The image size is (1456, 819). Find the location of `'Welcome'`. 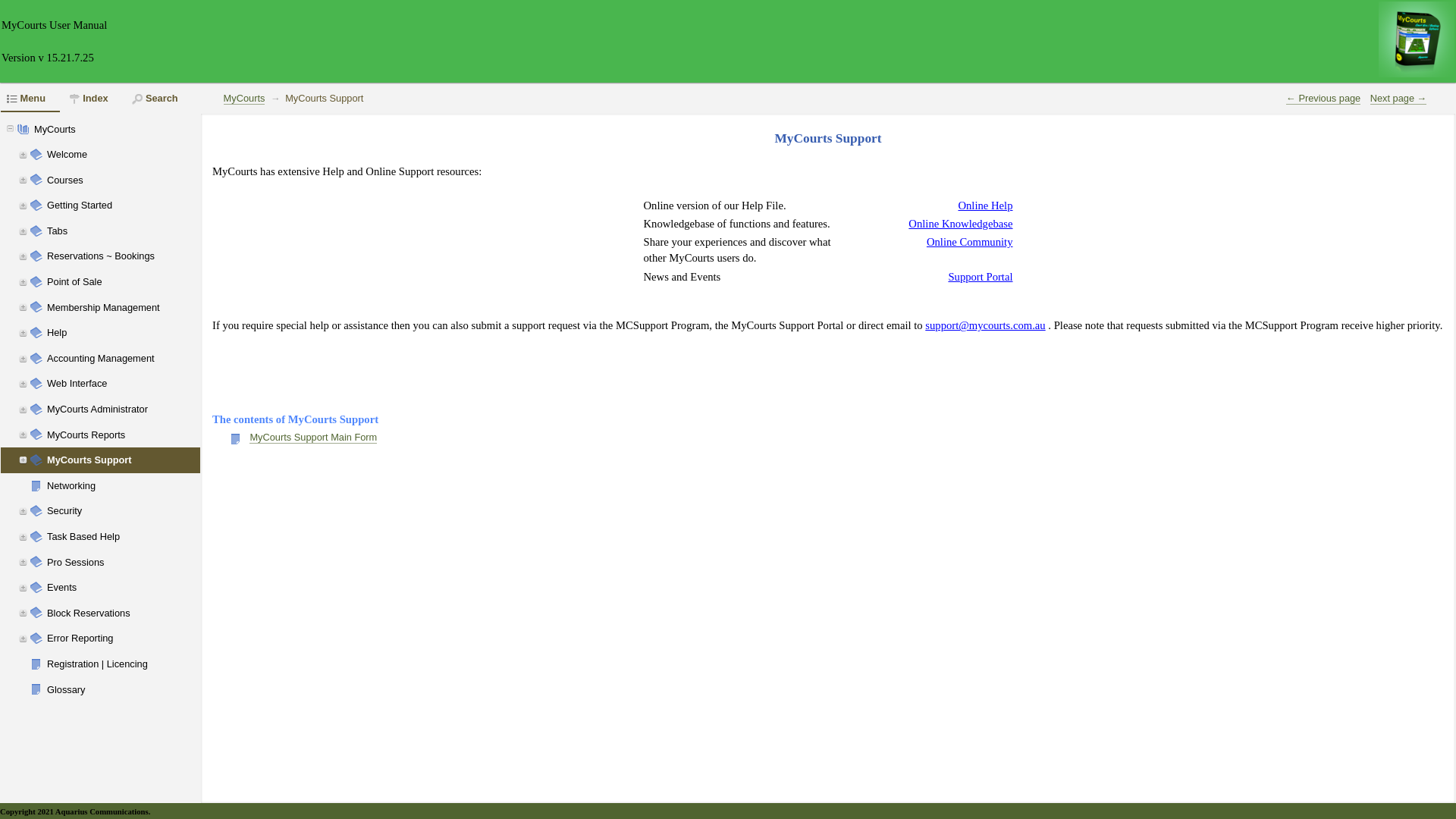

'Welcome' is located at coordinates (143, 155).